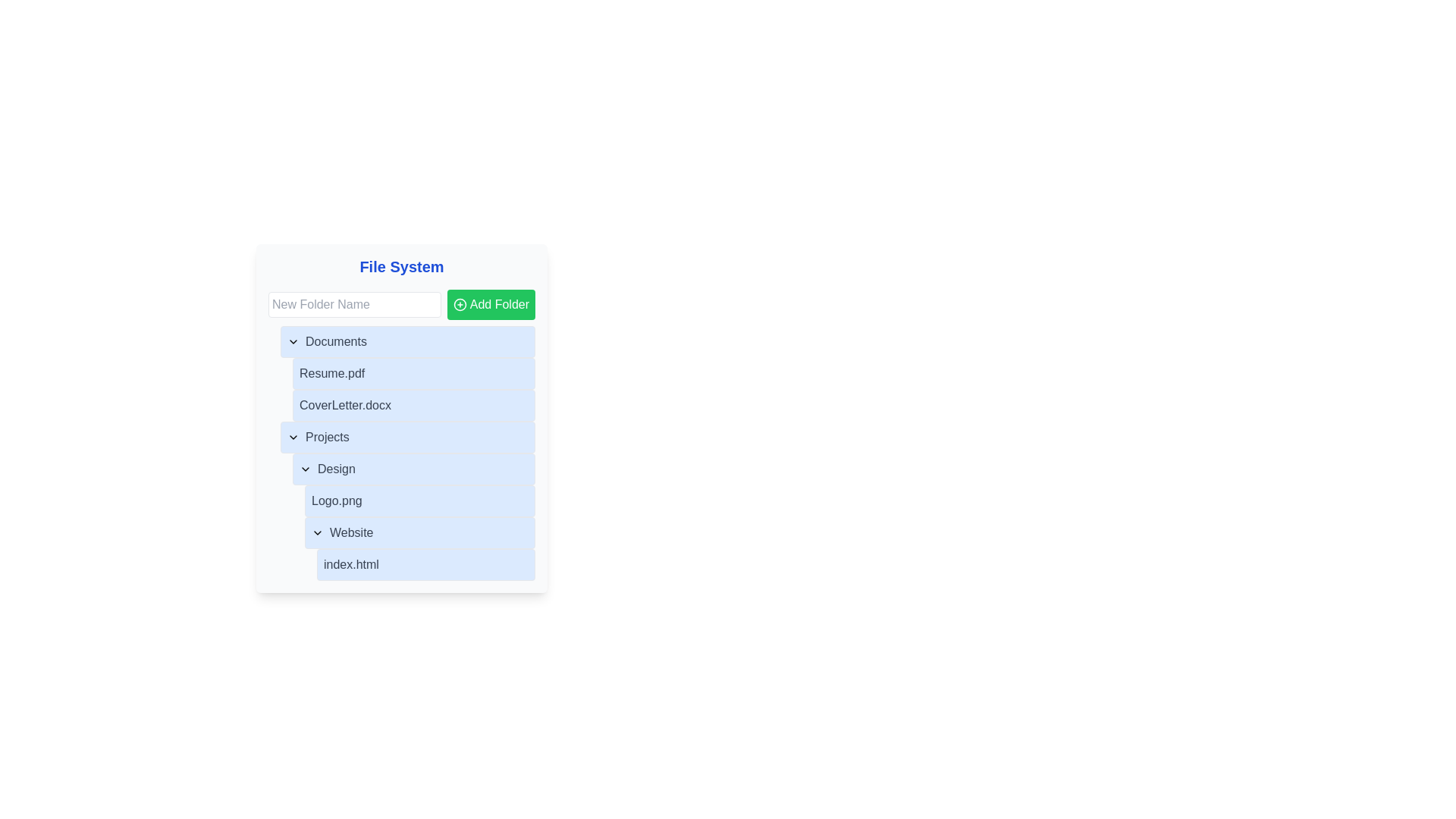 Image resolution: width=1456 pixels, height=819 pixels. Describe the element at coordinates (459, 304) in the screenshot. I see `the circular shape within the 'Add Folder' button of the 'File System' module, which is part of the SVG icon` at that location.